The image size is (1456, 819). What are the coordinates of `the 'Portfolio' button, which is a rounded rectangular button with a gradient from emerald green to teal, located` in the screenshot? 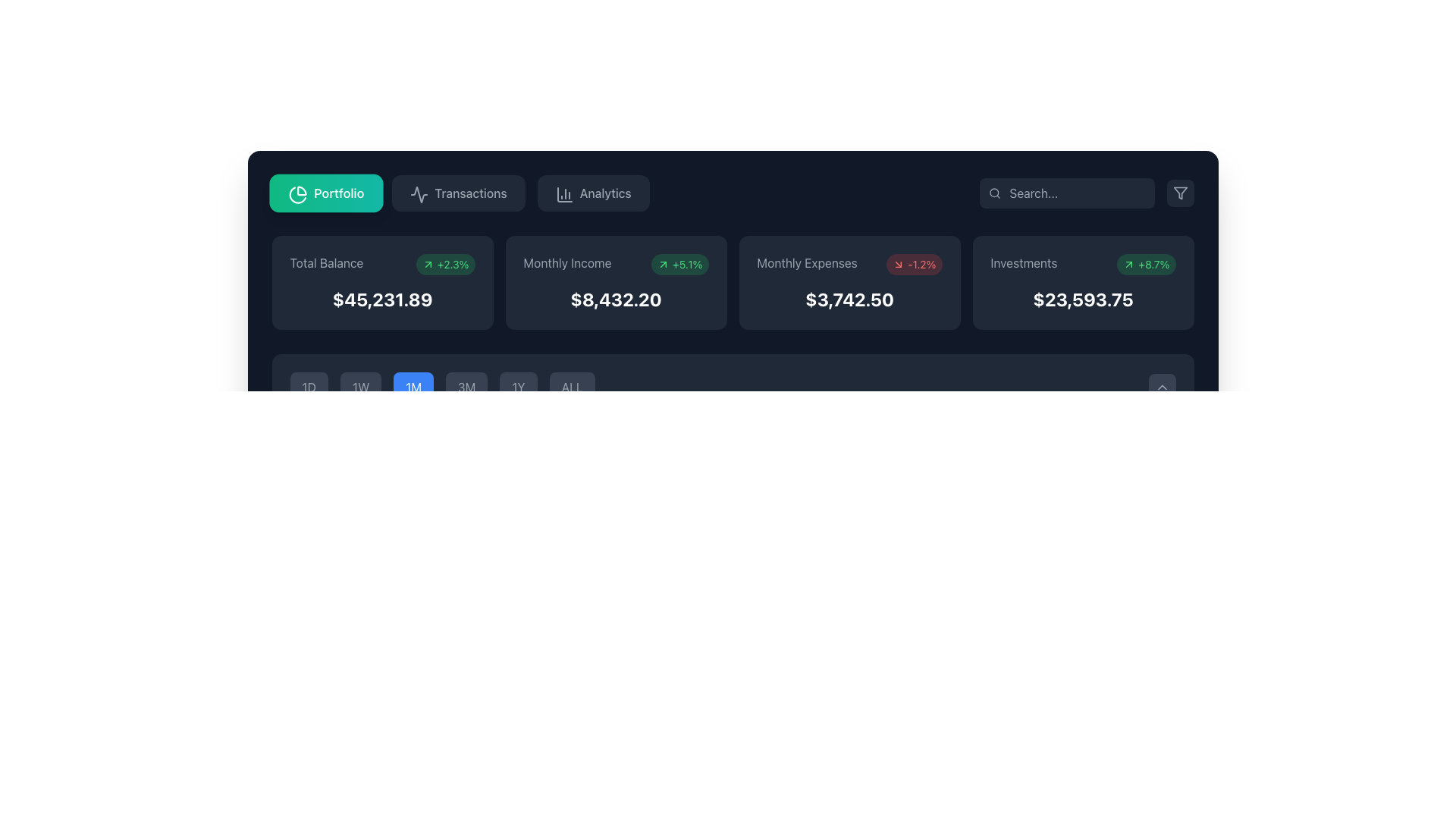 It's located at (325, 192).